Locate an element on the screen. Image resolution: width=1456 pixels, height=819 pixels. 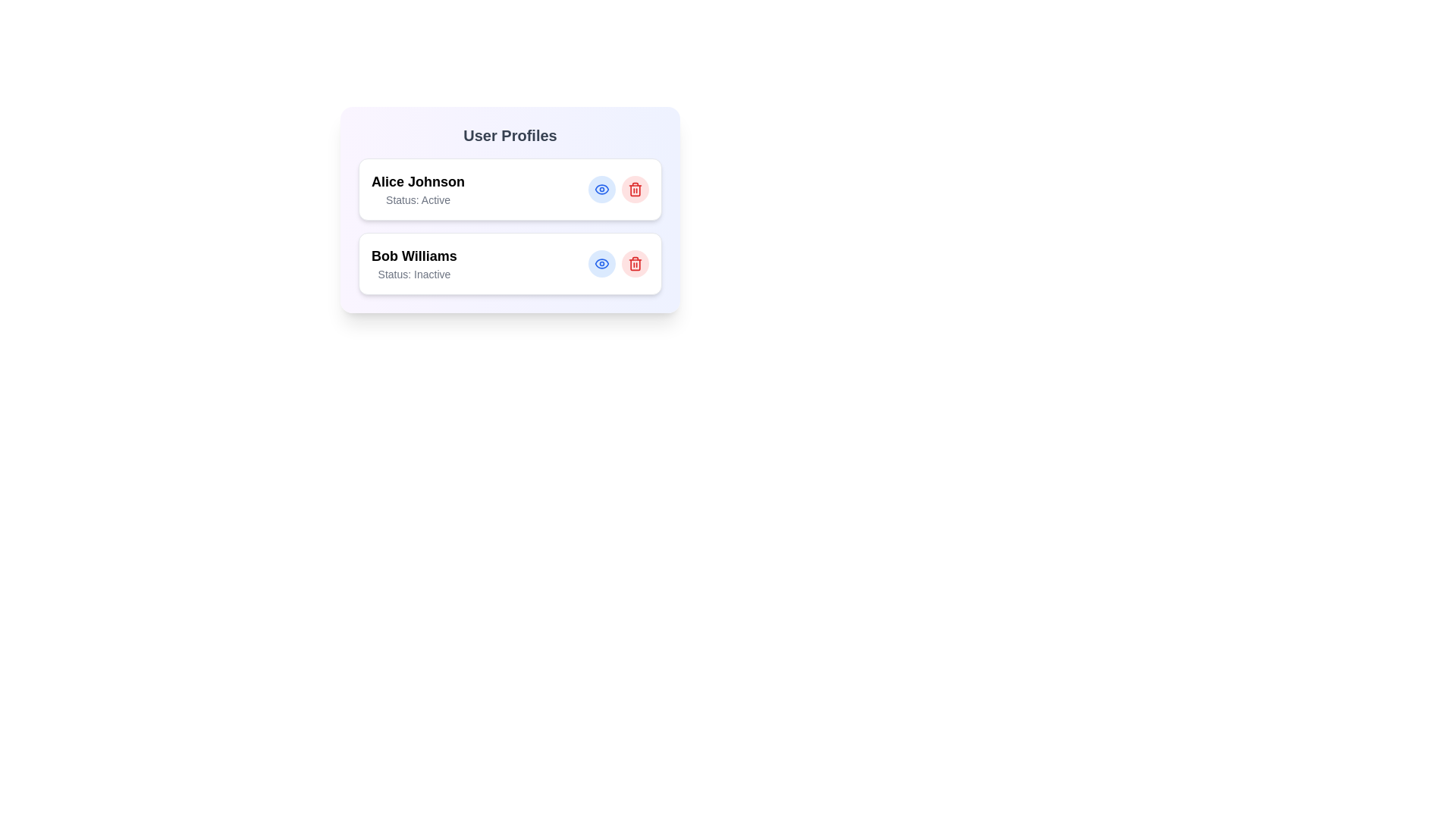
the eye icon to view the profile of Bob Williams is located at coordinates (601, 262).